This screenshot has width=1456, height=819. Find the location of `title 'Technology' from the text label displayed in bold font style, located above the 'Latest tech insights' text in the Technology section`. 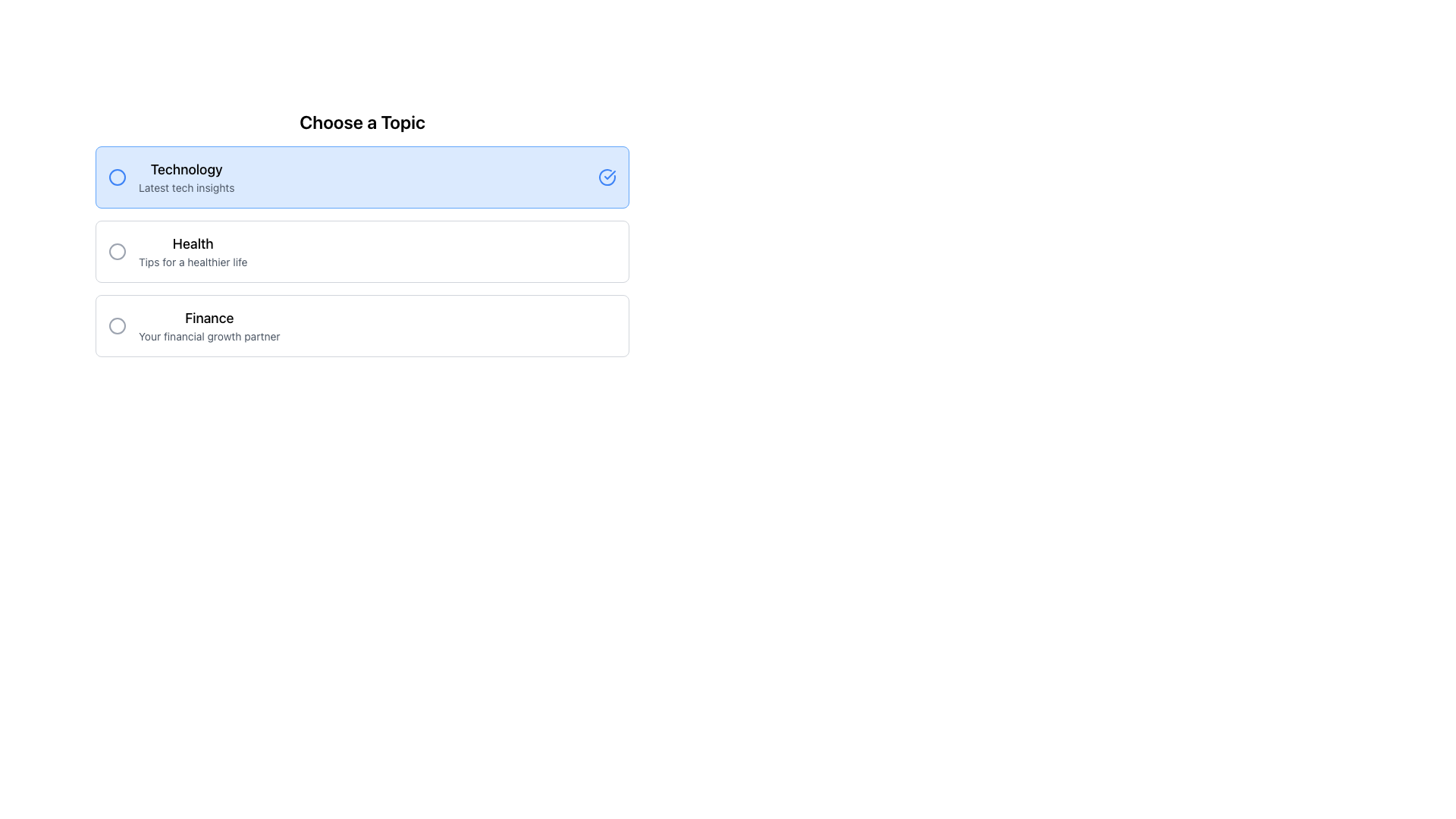

title 'Technology' from the text label displayed in bold font style, located above the 'Latest tech insights' text in the Technology section is located at coordinates (186, 169).